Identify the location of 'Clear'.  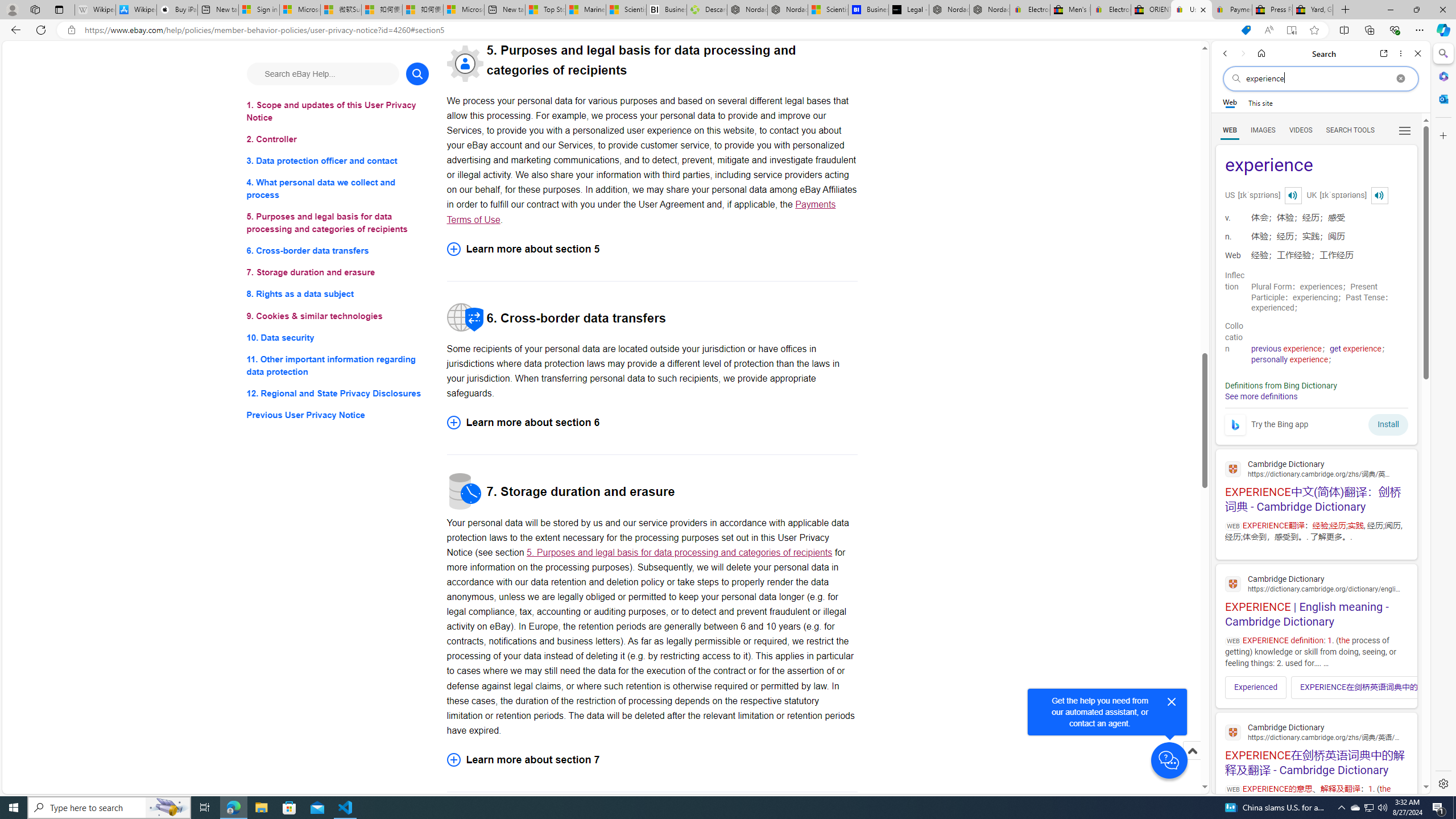
(1400, 78).